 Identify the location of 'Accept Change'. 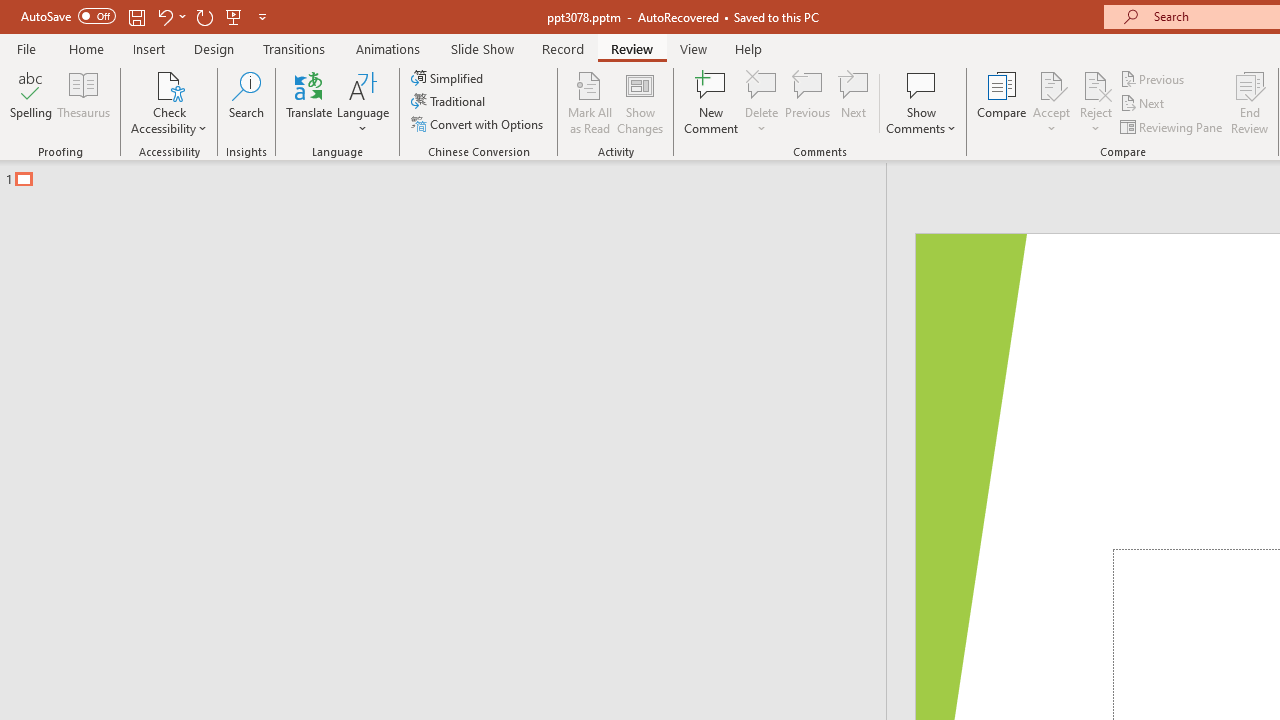
(1050, 84).